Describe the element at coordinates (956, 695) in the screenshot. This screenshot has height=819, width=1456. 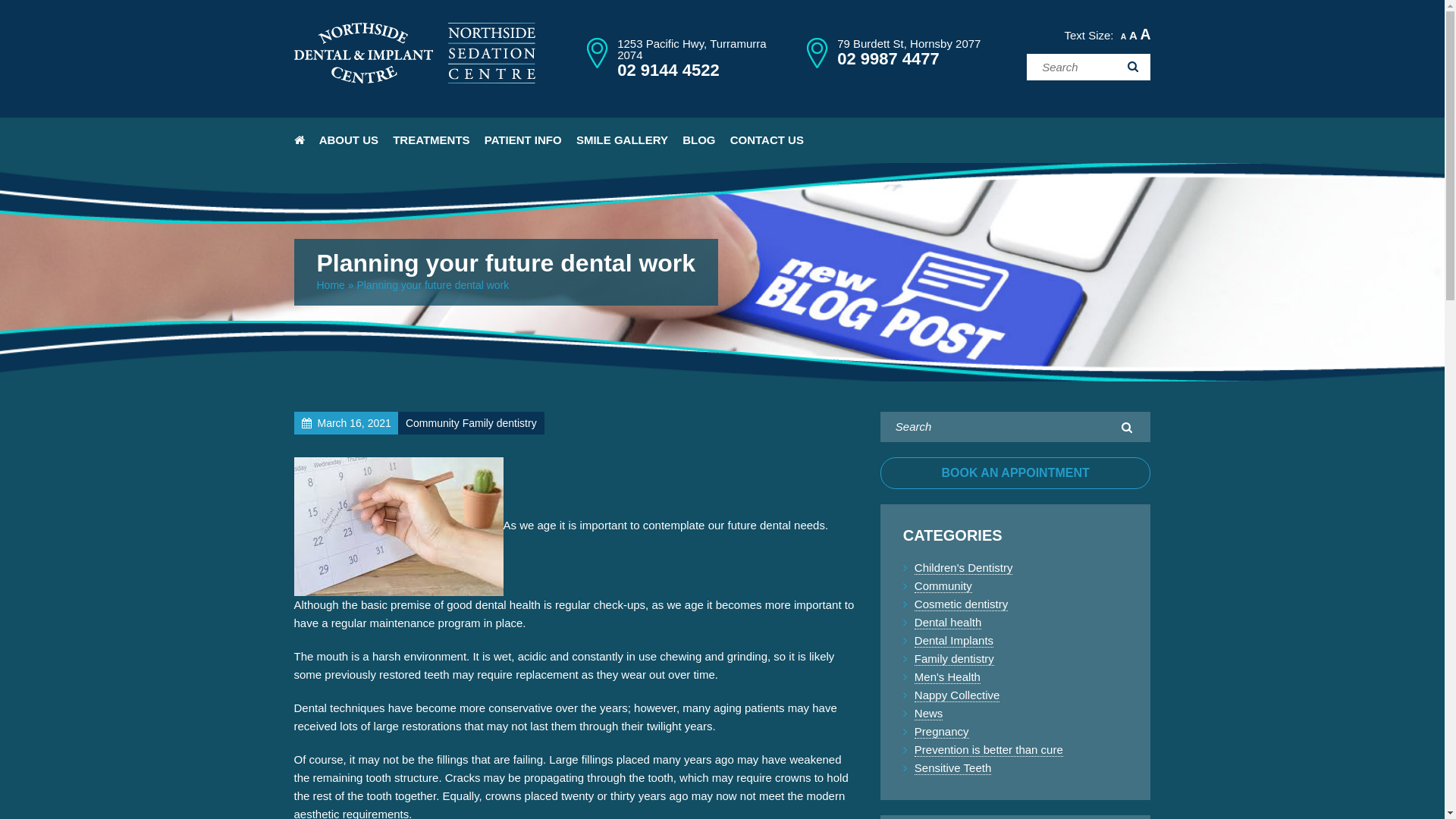
I see `'Nappy Collective'` at that location.